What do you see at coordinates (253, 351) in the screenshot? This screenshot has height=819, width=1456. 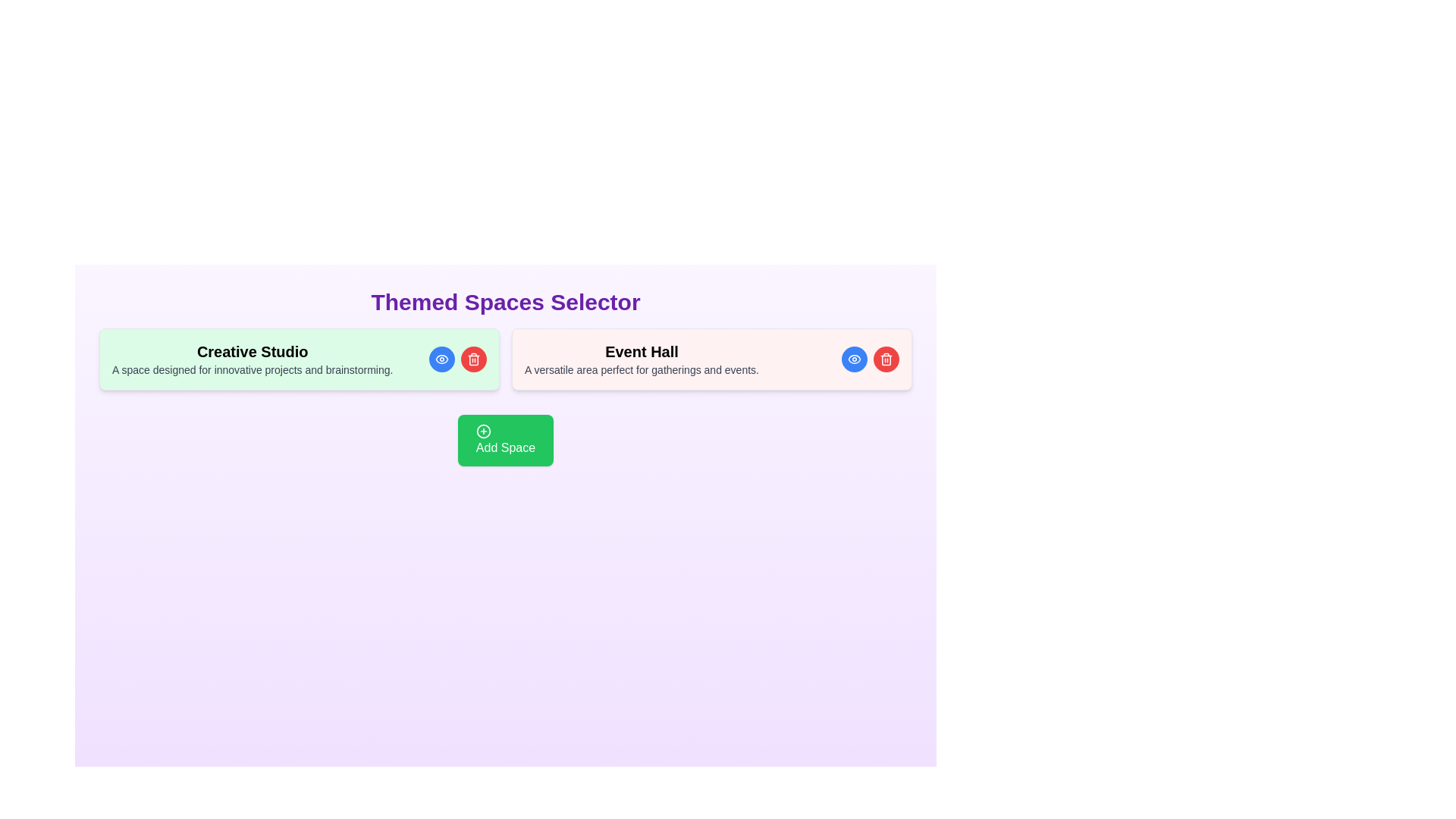 I see `the Header text label located at the top center of the green-highlighted segment on the left side of the interface, which serves to identify the section's purpose` at bounding box center [253, 351].